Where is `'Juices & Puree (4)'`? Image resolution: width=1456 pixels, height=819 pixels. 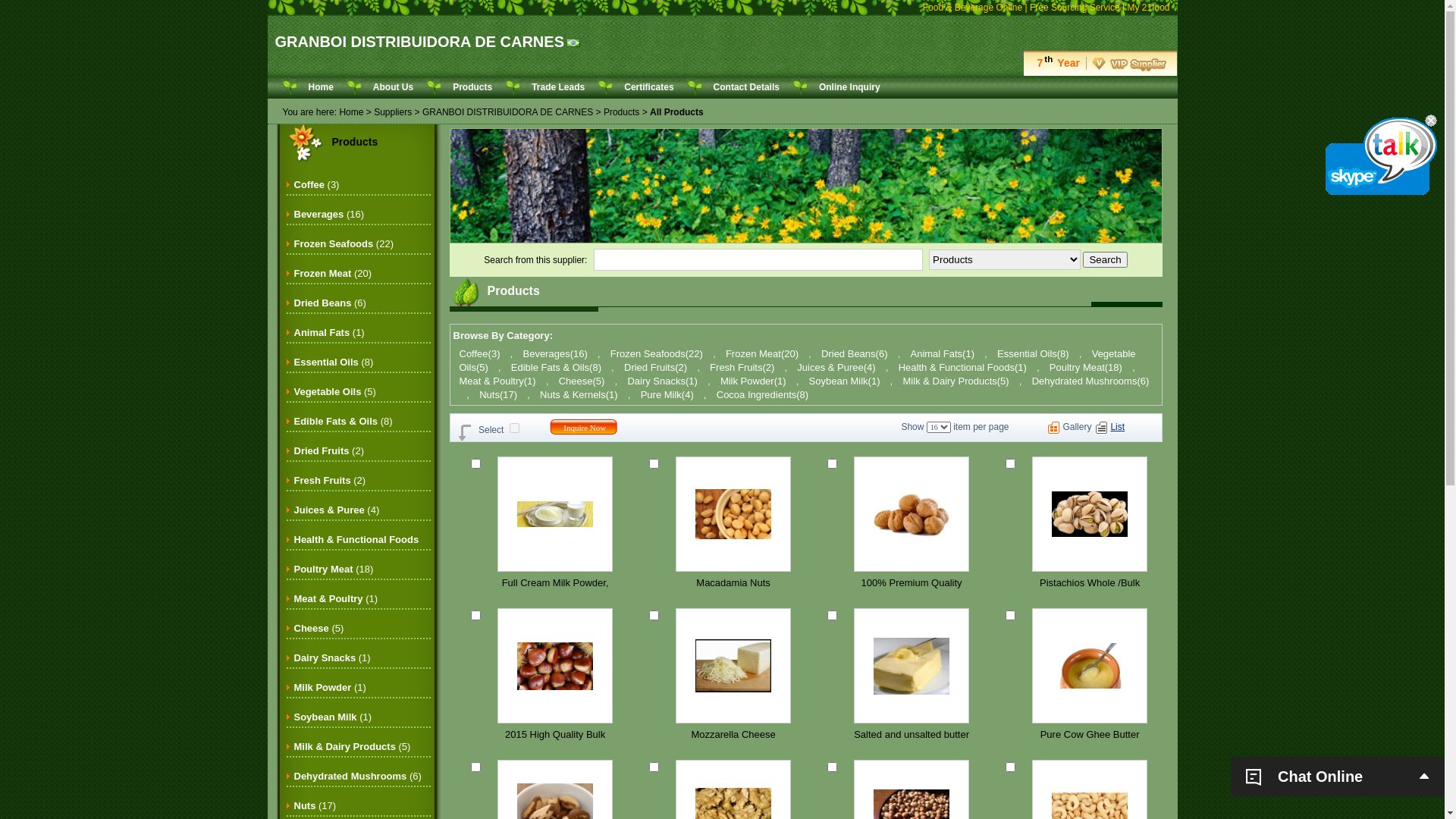 'Juices & Puree (4)' is located at coordinates (336, 510).